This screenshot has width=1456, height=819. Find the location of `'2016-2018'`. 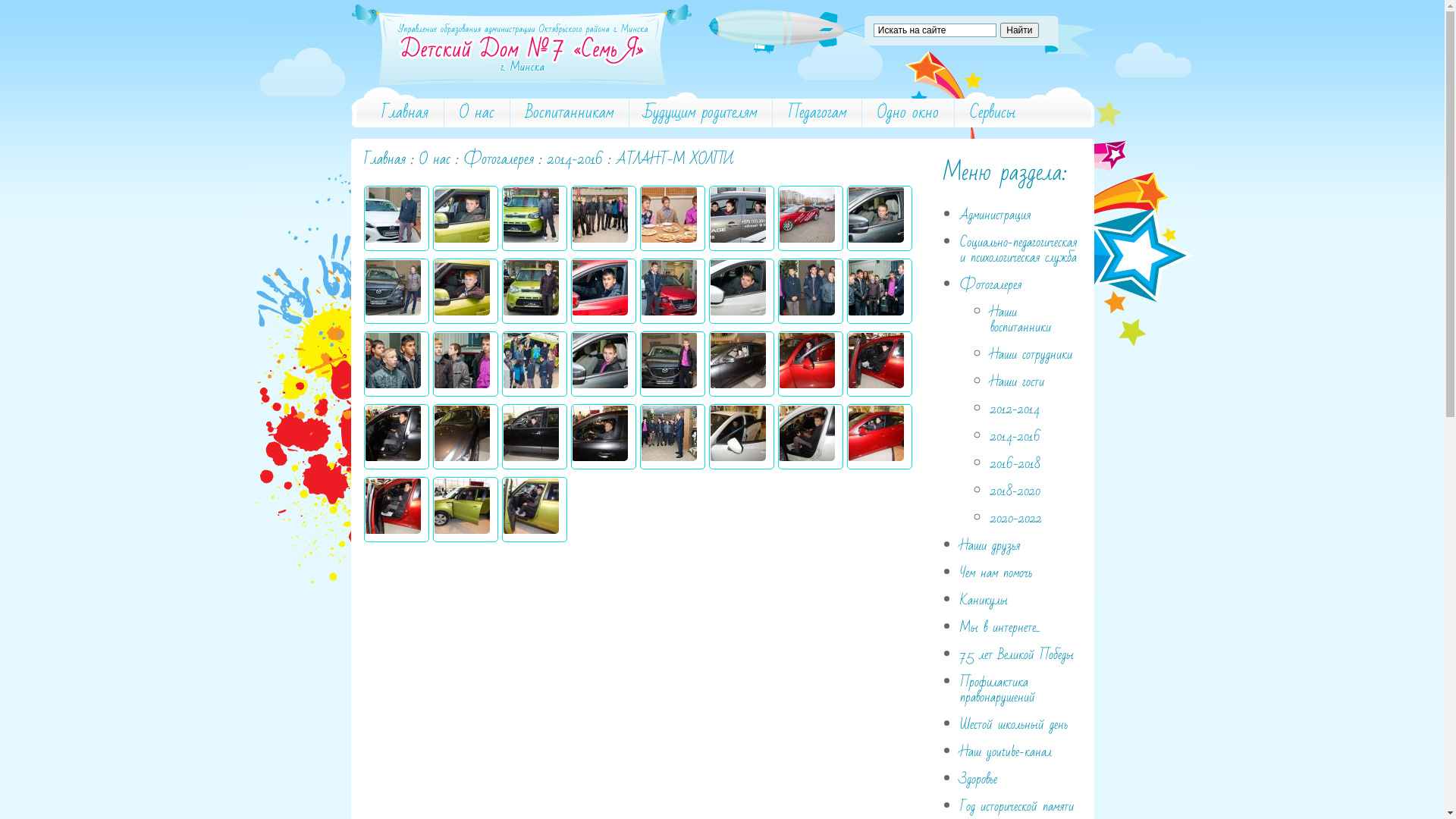

'2016-2018' is located at coordinates (990, 463).